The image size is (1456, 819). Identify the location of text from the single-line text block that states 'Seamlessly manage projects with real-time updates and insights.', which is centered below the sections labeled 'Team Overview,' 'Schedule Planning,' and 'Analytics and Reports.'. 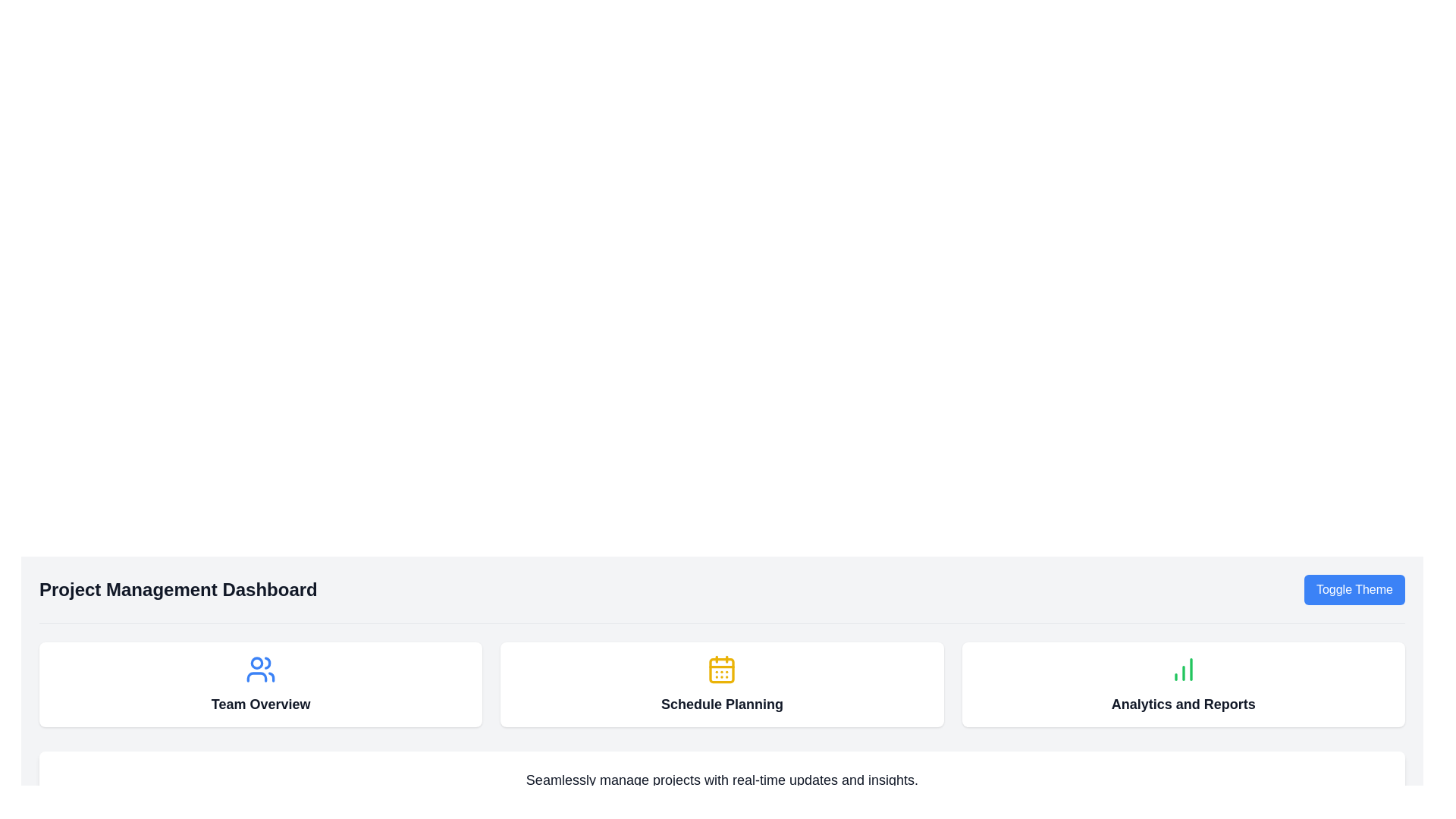
(721, 780).